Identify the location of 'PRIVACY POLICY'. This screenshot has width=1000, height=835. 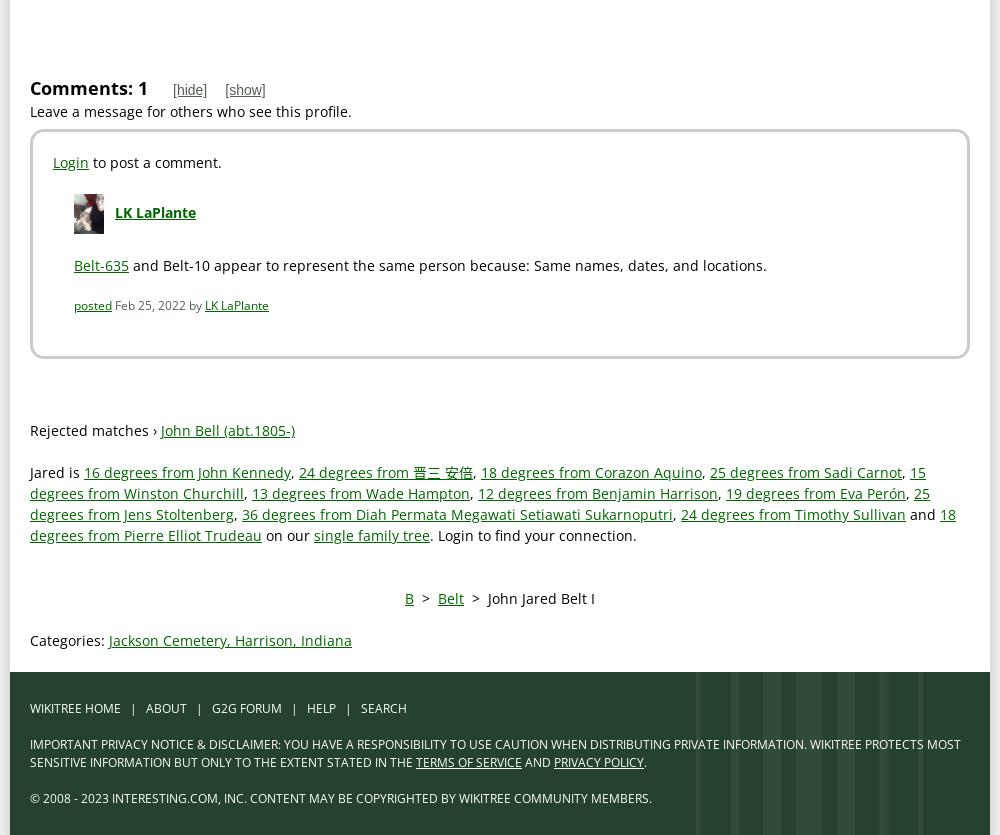
(554, 761).